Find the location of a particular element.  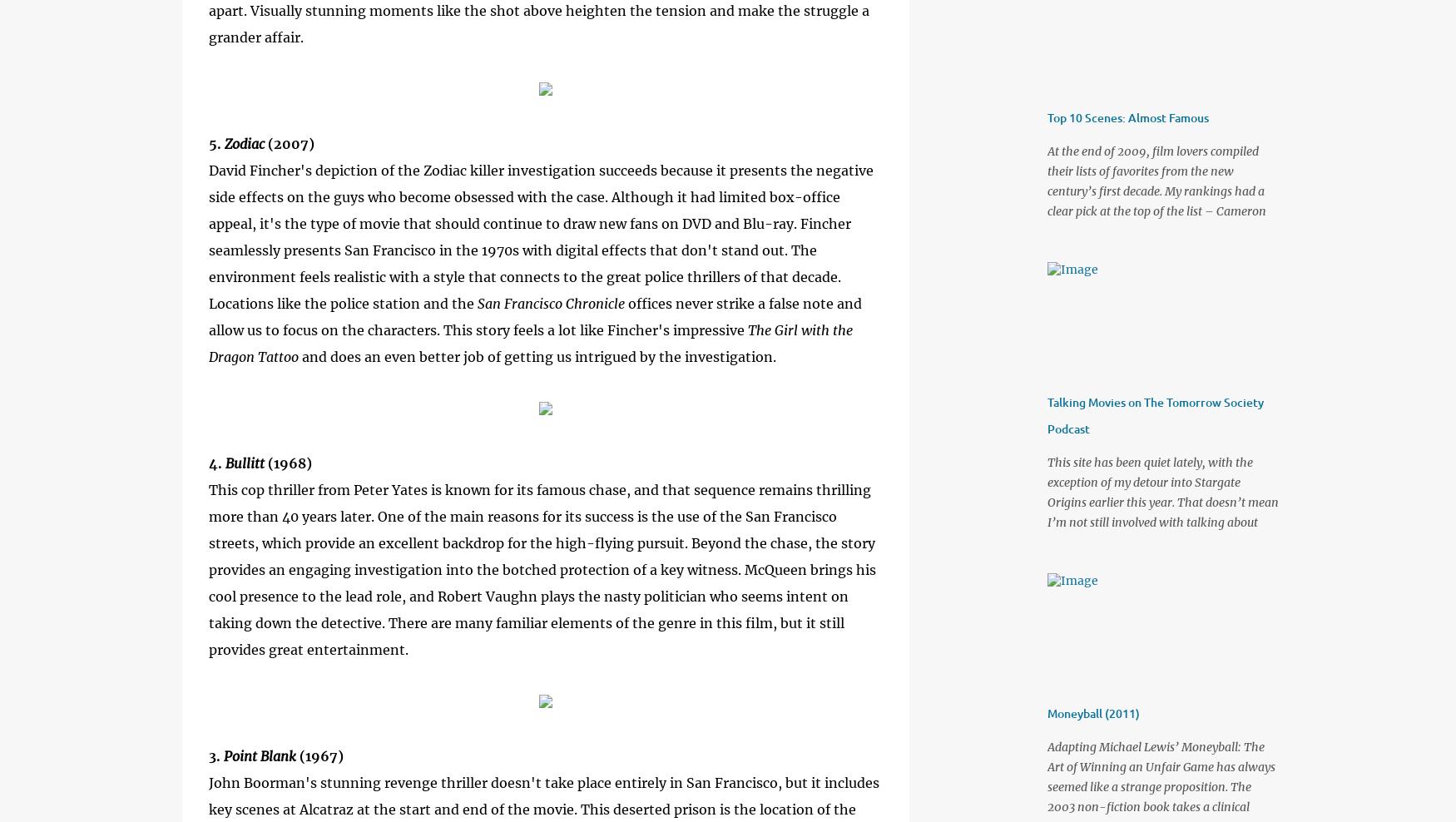

'Zodiac' is located at coordinates (245, 142).